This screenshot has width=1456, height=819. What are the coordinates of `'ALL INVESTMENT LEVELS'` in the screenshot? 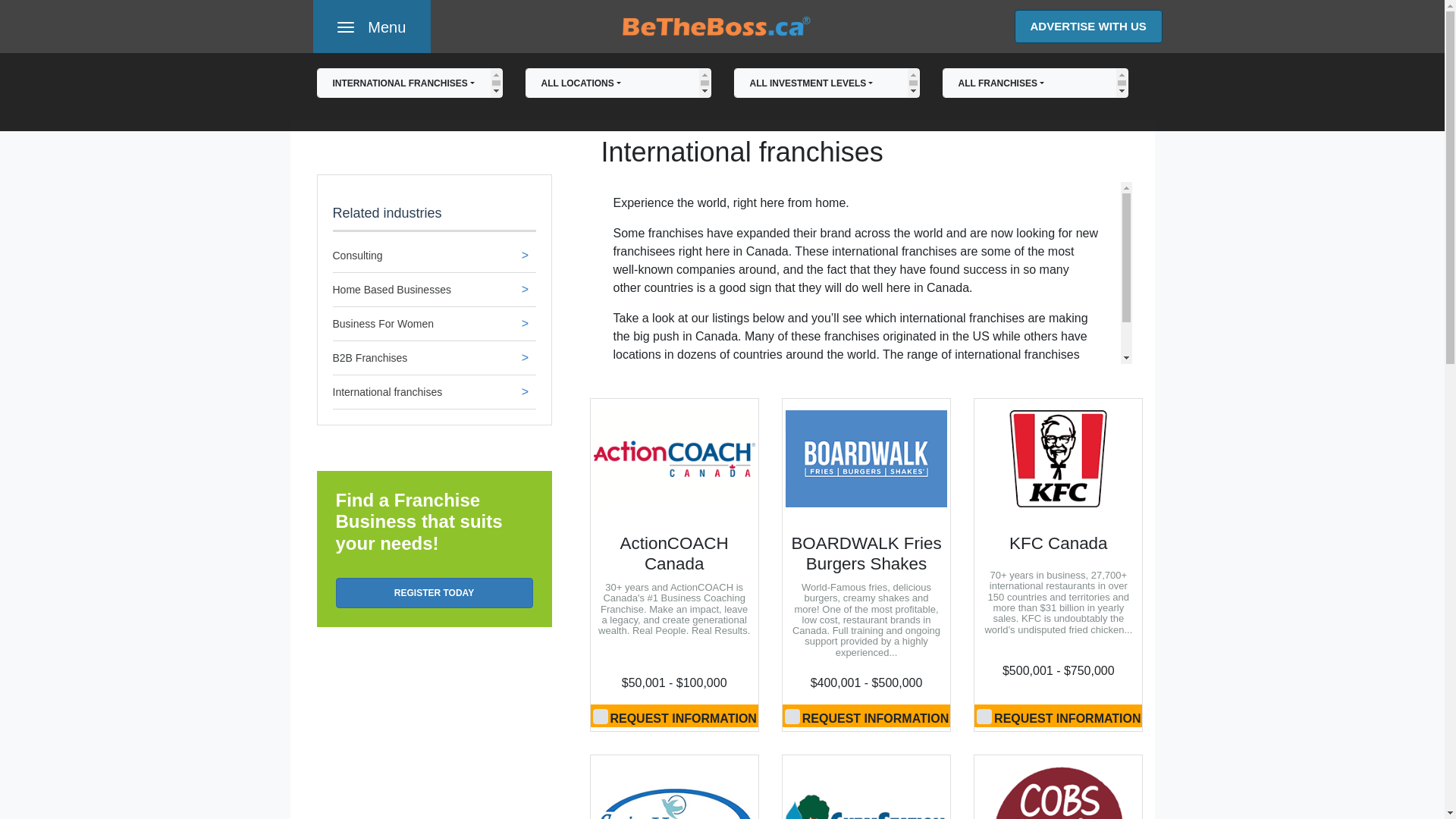 It's located at (826, 83).